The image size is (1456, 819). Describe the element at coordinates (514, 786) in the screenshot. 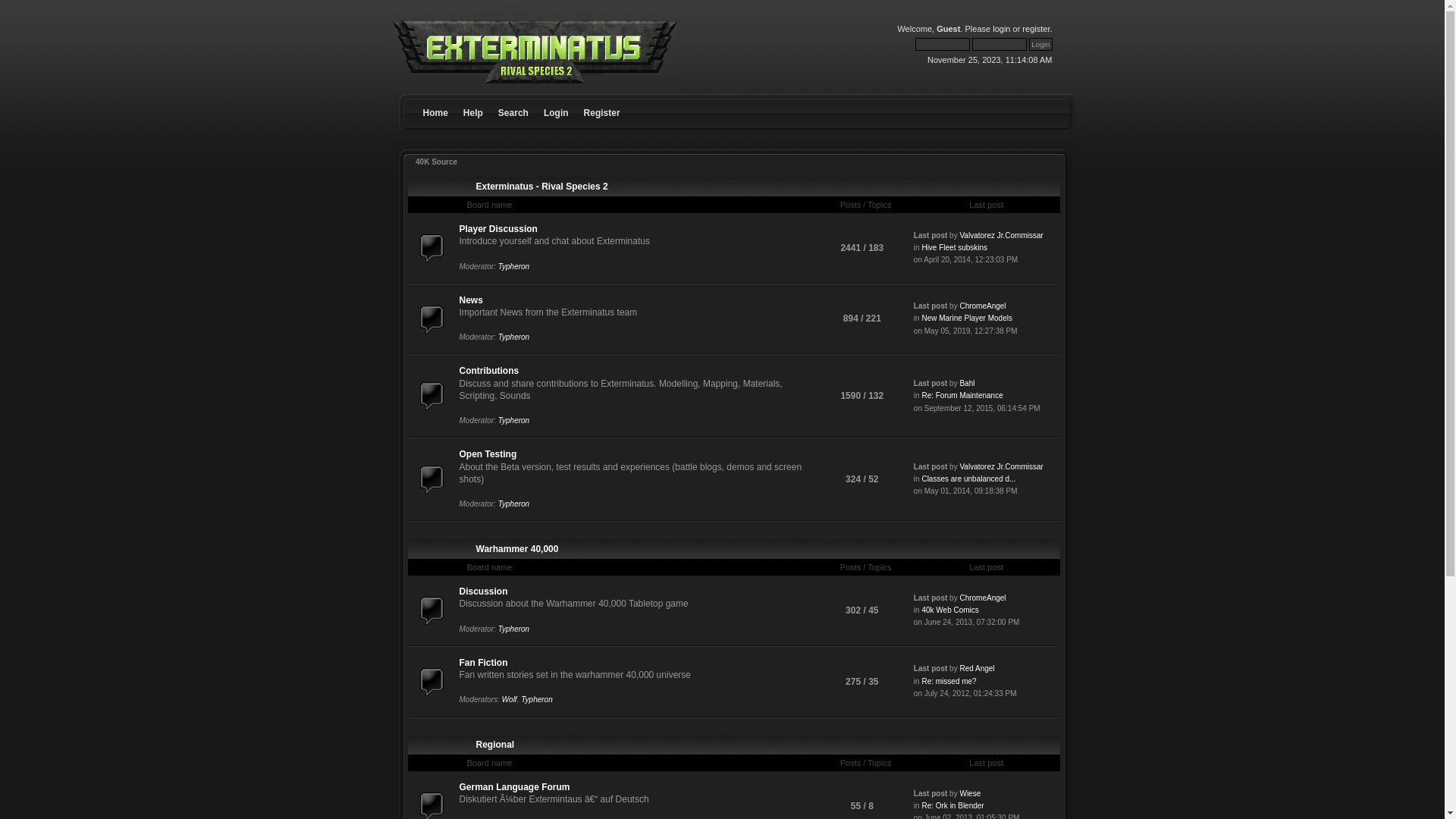

I see `'German Language Forum'` at that location.